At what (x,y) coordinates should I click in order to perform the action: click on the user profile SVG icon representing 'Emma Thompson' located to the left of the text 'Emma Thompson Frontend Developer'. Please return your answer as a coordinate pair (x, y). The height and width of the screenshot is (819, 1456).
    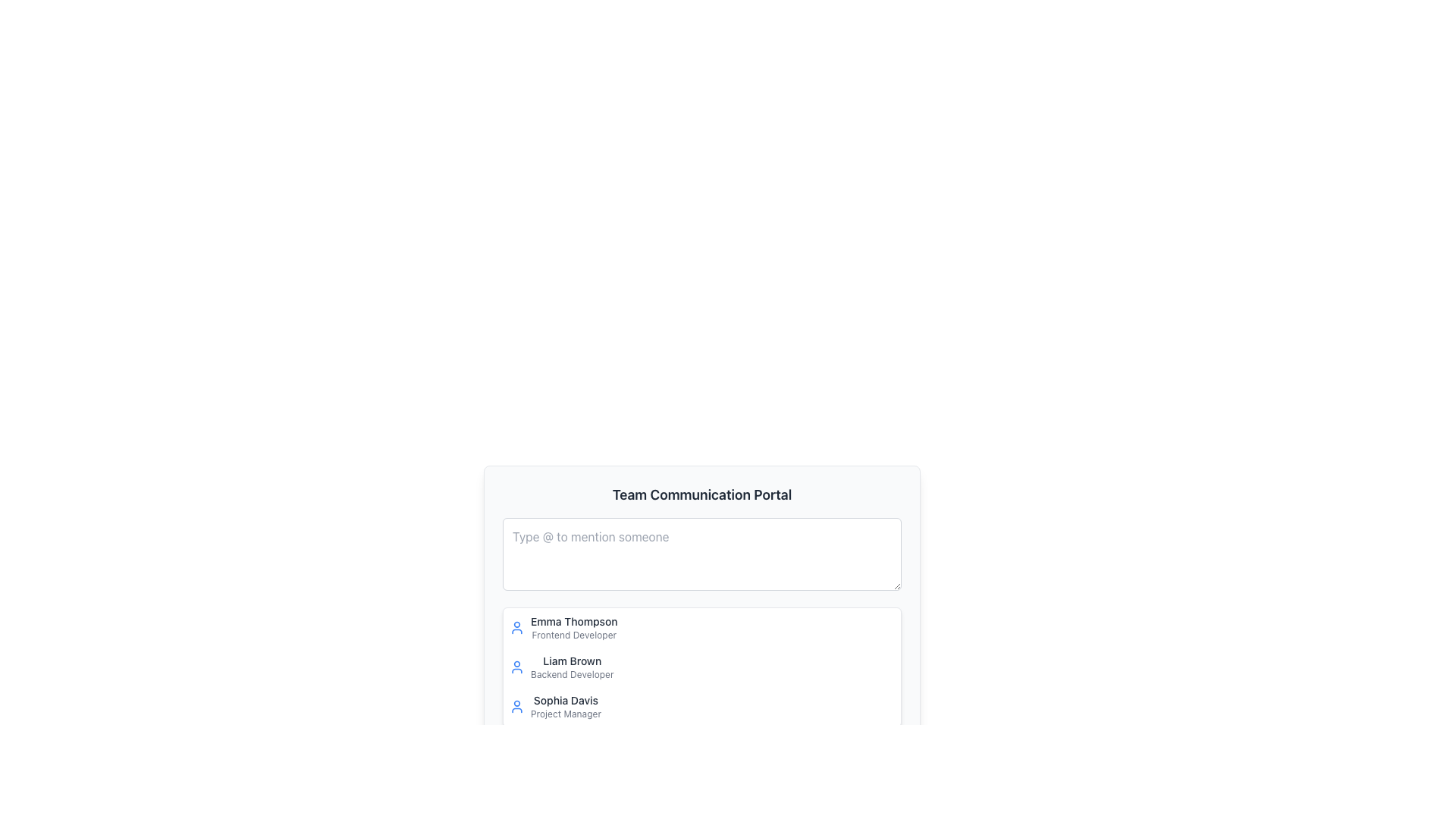
    Looking at the image, I should click on (516, 628).